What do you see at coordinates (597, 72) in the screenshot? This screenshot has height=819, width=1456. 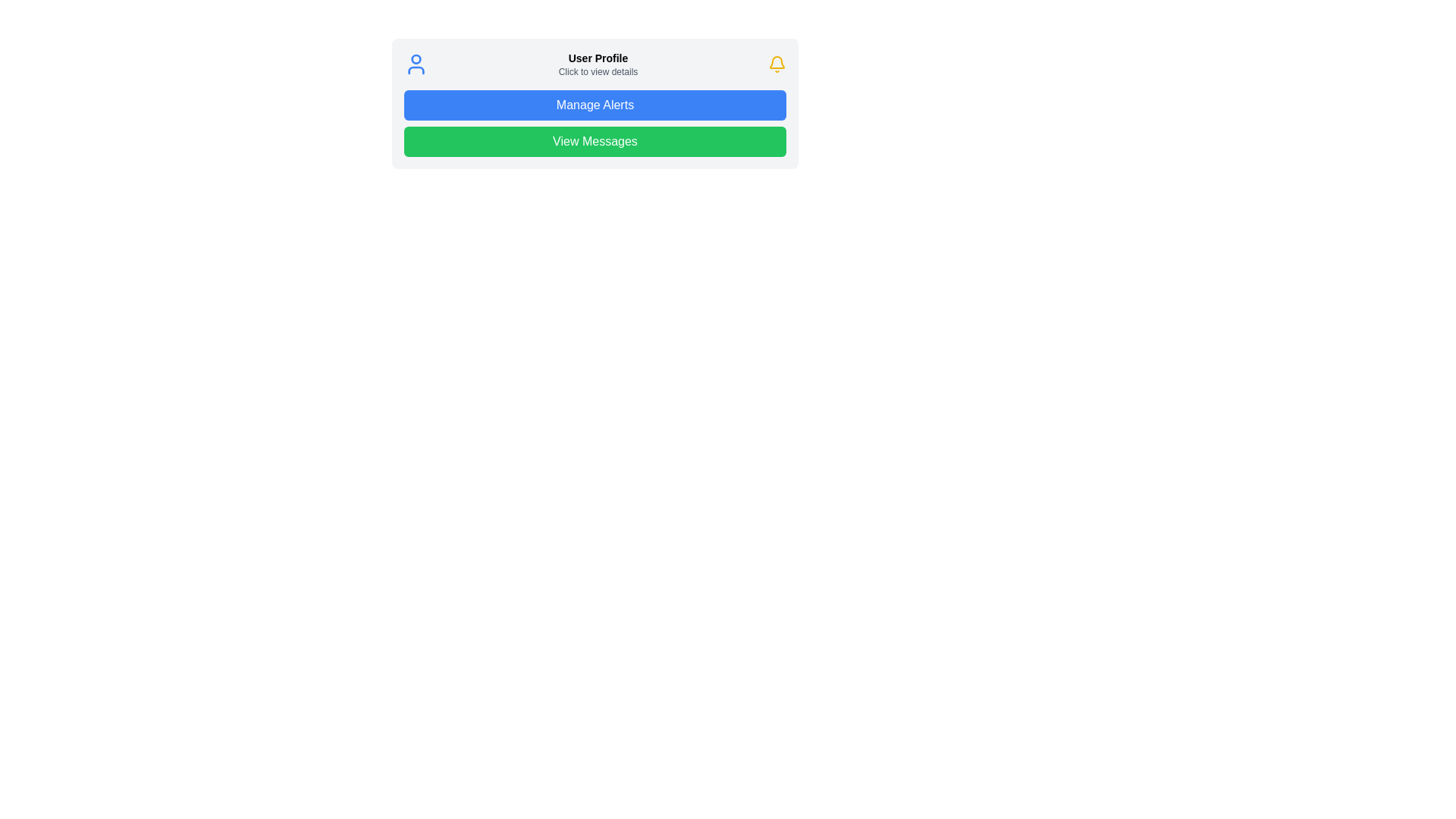 I see `the supplementary information Text label located below the 'User Profile' title and above the buttons 'Manage Alerts' and 'View Messages'` at bounding box center [597, 72].